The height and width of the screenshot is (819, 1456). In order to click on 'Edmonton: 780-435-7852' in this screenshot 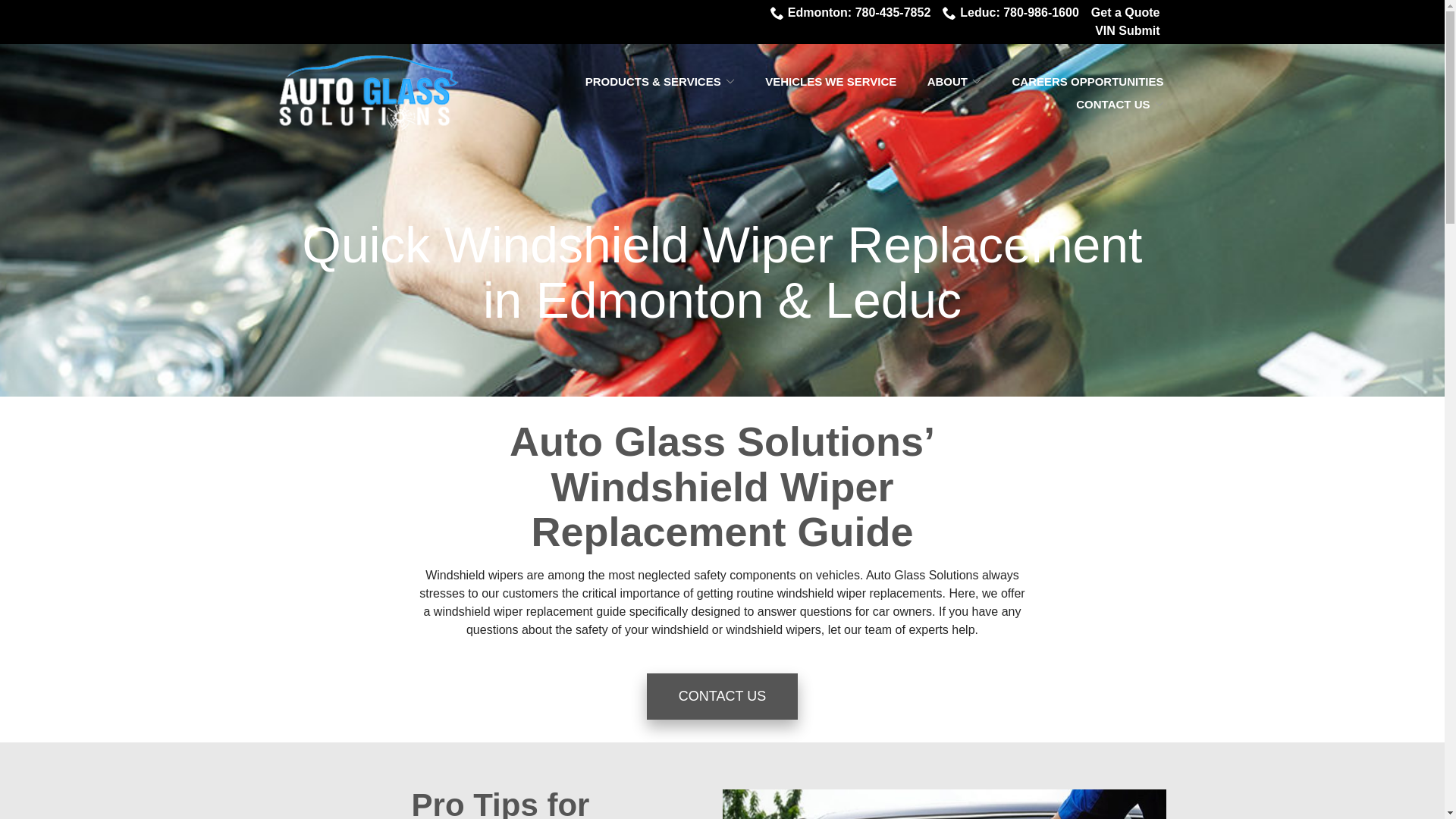, I will do `click(851, 12)`.